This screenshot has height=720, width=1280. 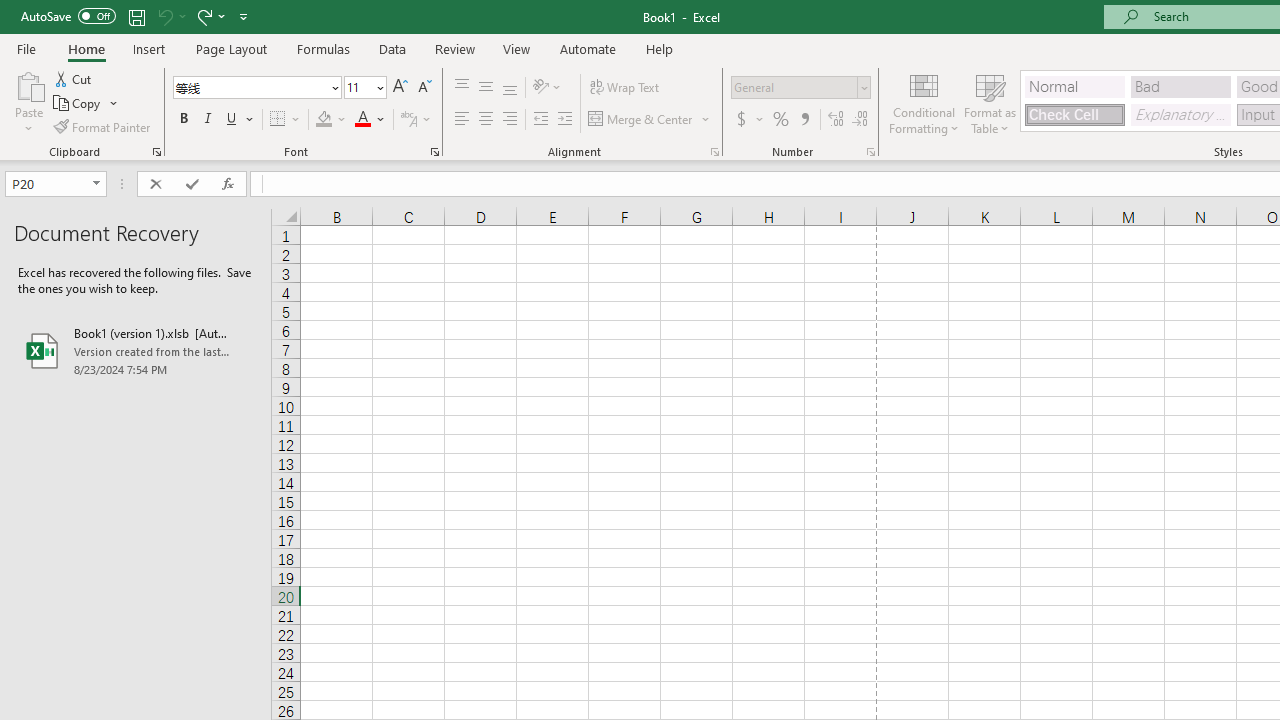 I want to click on 'Conditional Formatting', so click(x=923, y=103).